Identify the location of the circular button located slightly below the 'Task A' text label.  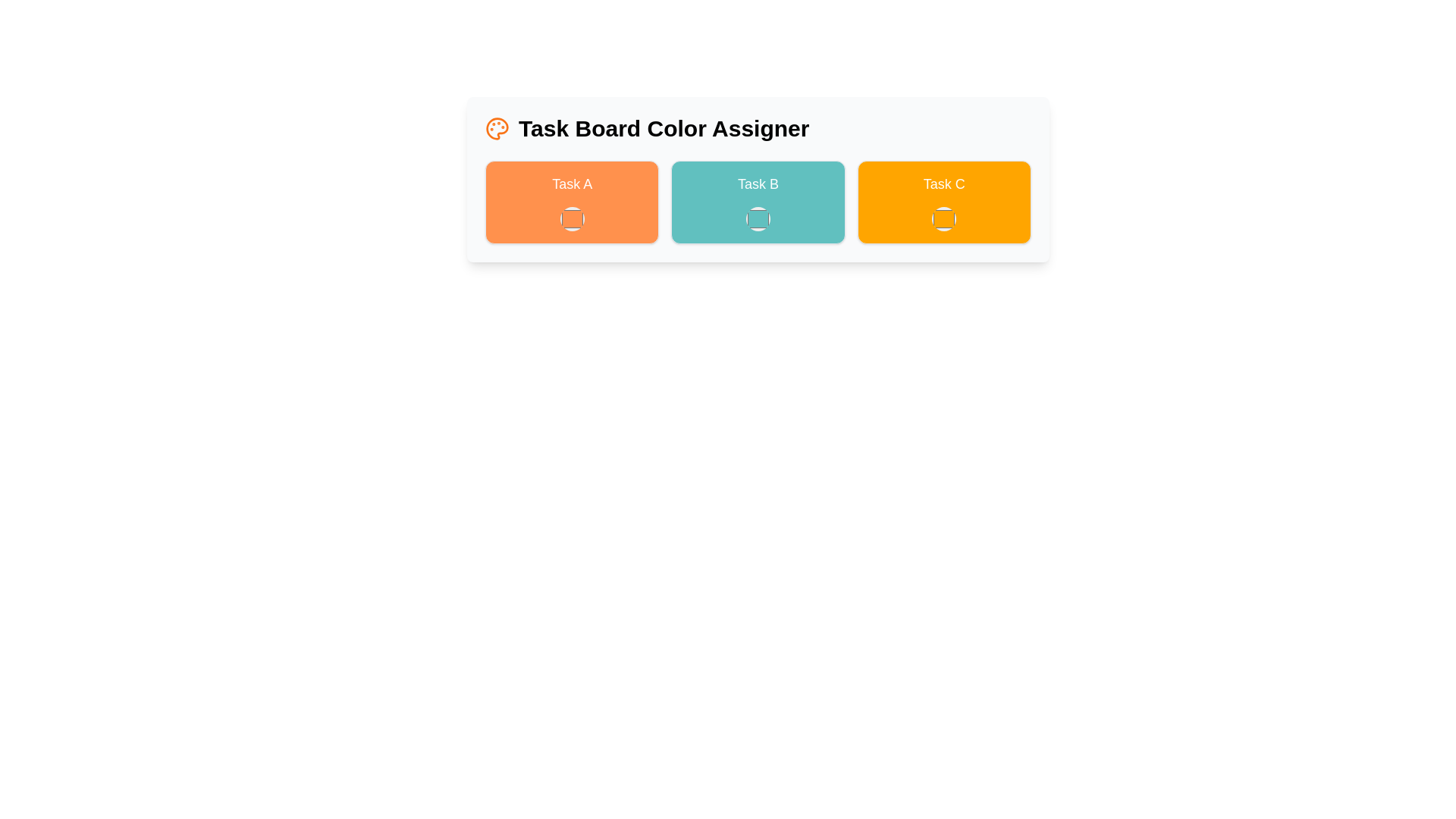
(571, 219).